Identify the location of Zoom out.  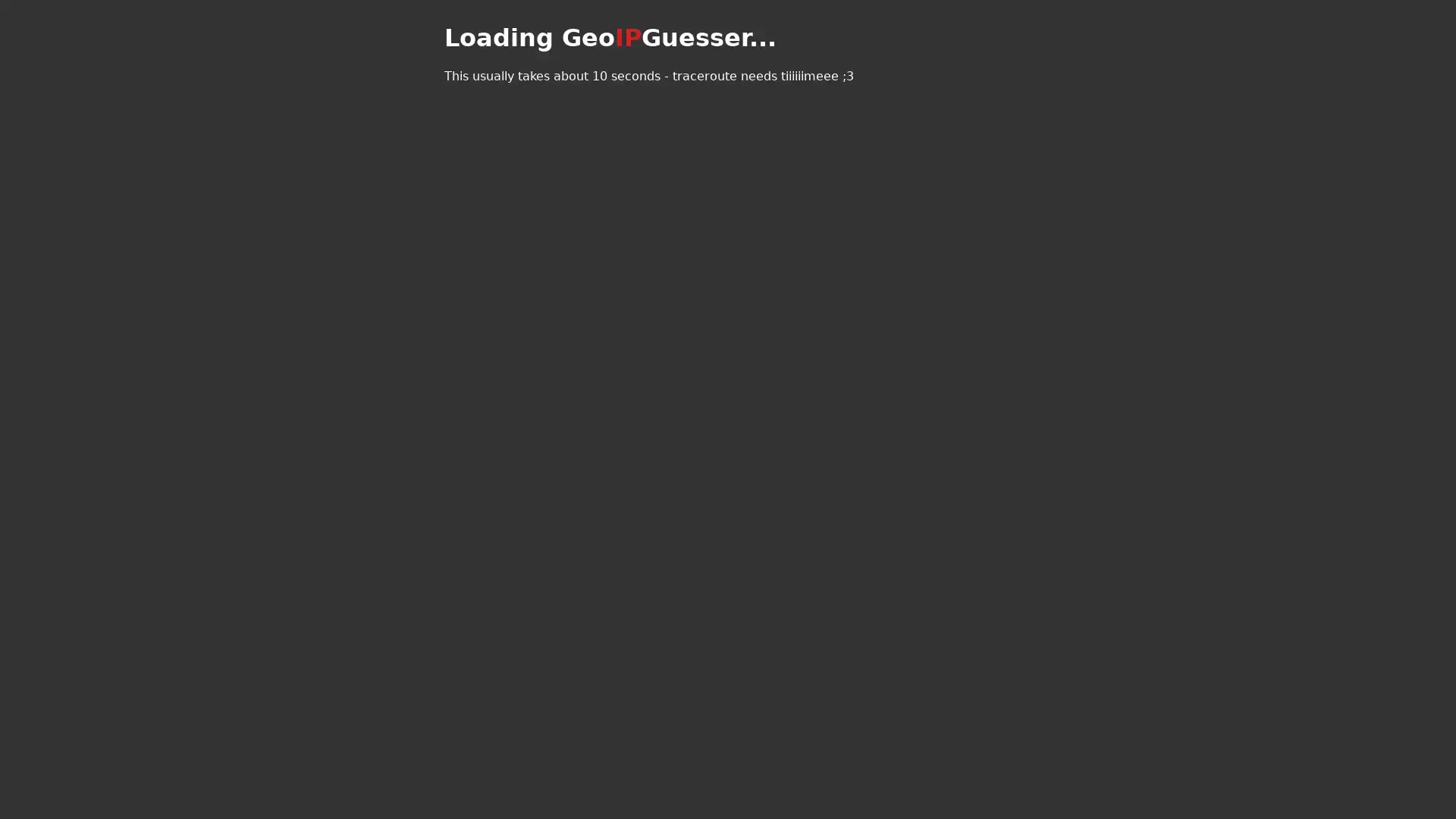
(457, 49).